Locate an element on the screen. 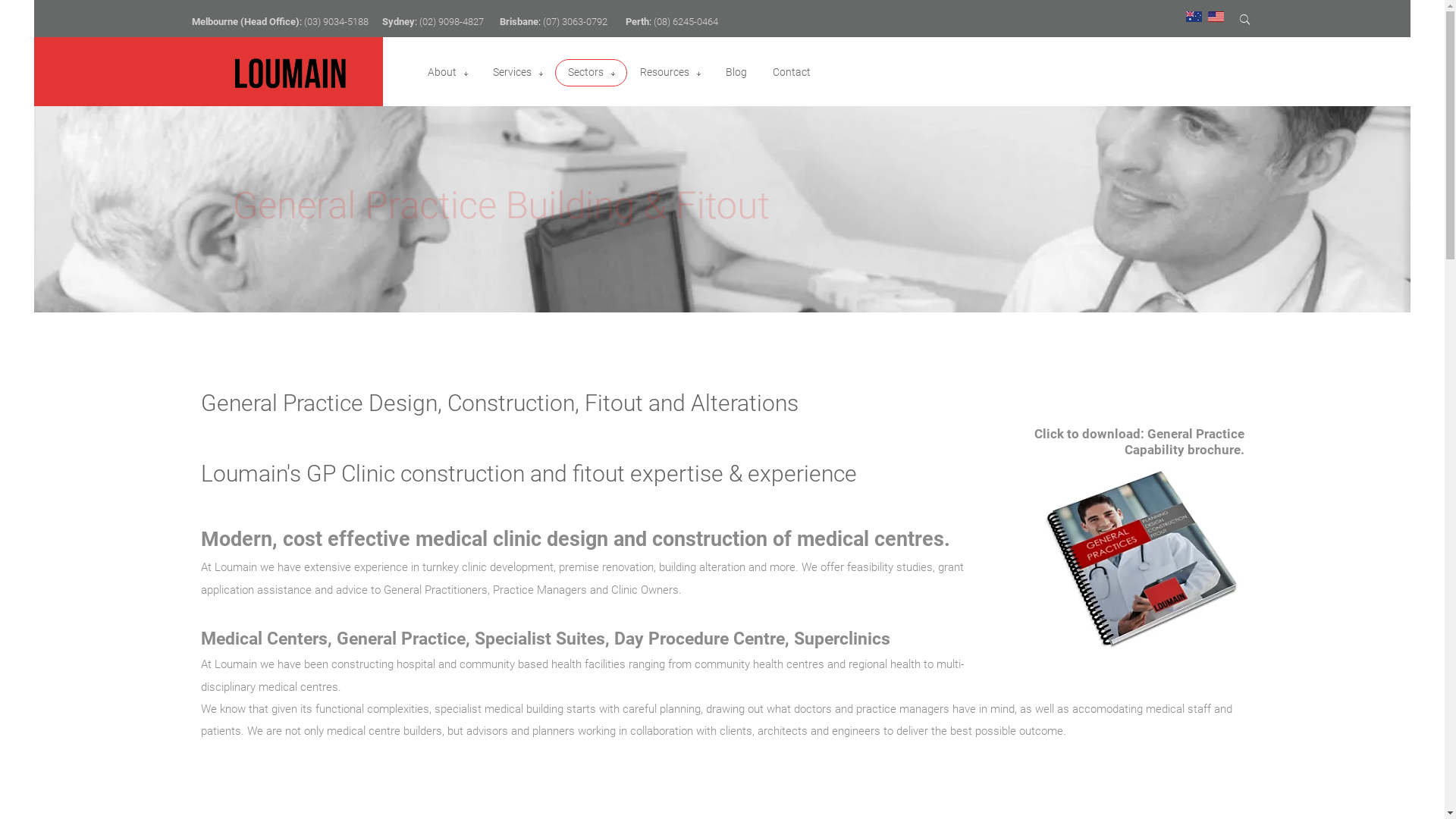 This screenshot has width=1456, height=819. '(02) 9098-4827' is located at coordinates (450, 21).